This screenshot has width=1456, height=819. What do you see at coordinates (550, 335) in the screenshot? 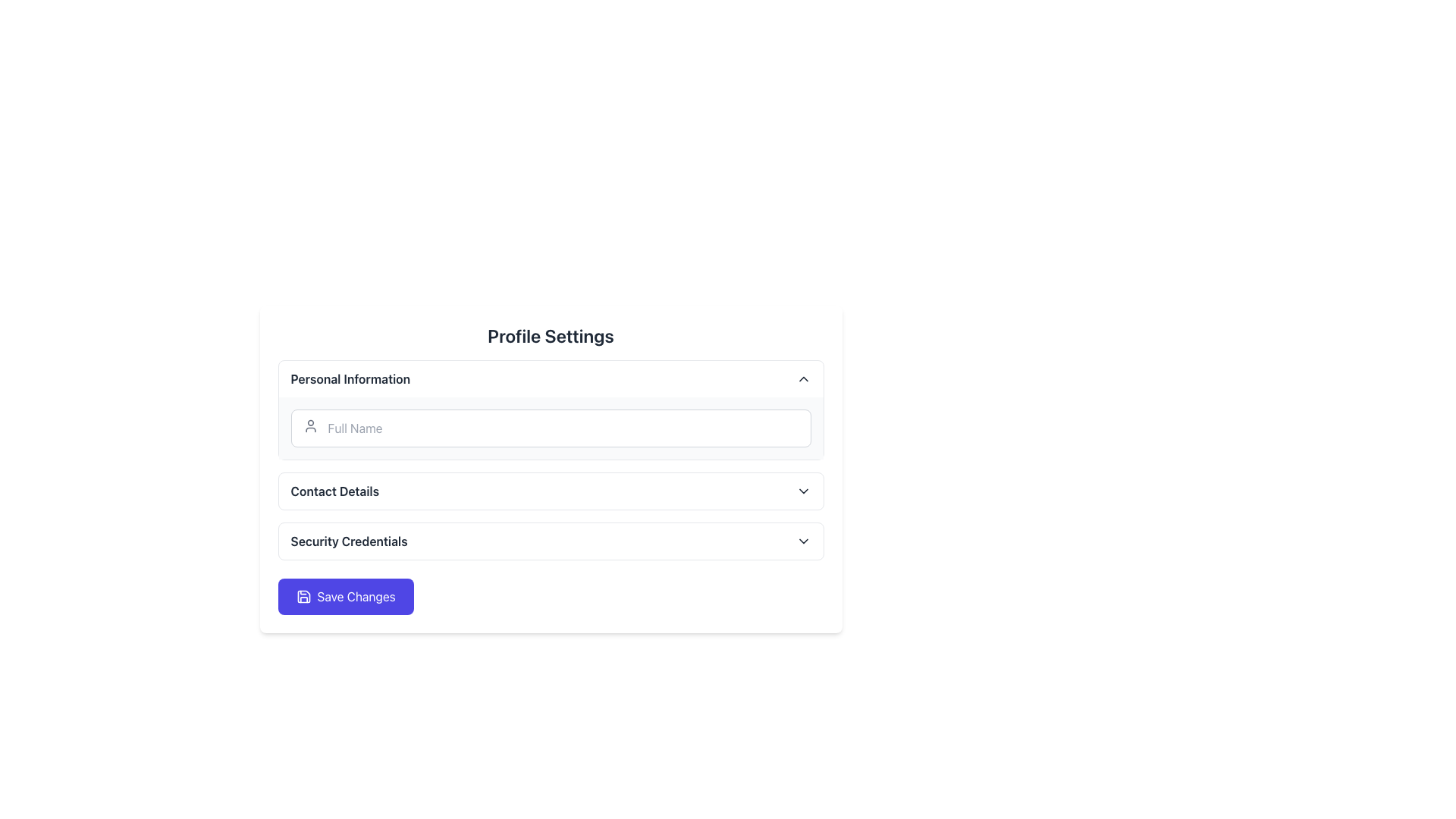
I see `text from the header label indicating user profile settings, which is positioned above the sections for Personal Information, Contact Details, and Security Credentials` at bounding box center [550, 335].